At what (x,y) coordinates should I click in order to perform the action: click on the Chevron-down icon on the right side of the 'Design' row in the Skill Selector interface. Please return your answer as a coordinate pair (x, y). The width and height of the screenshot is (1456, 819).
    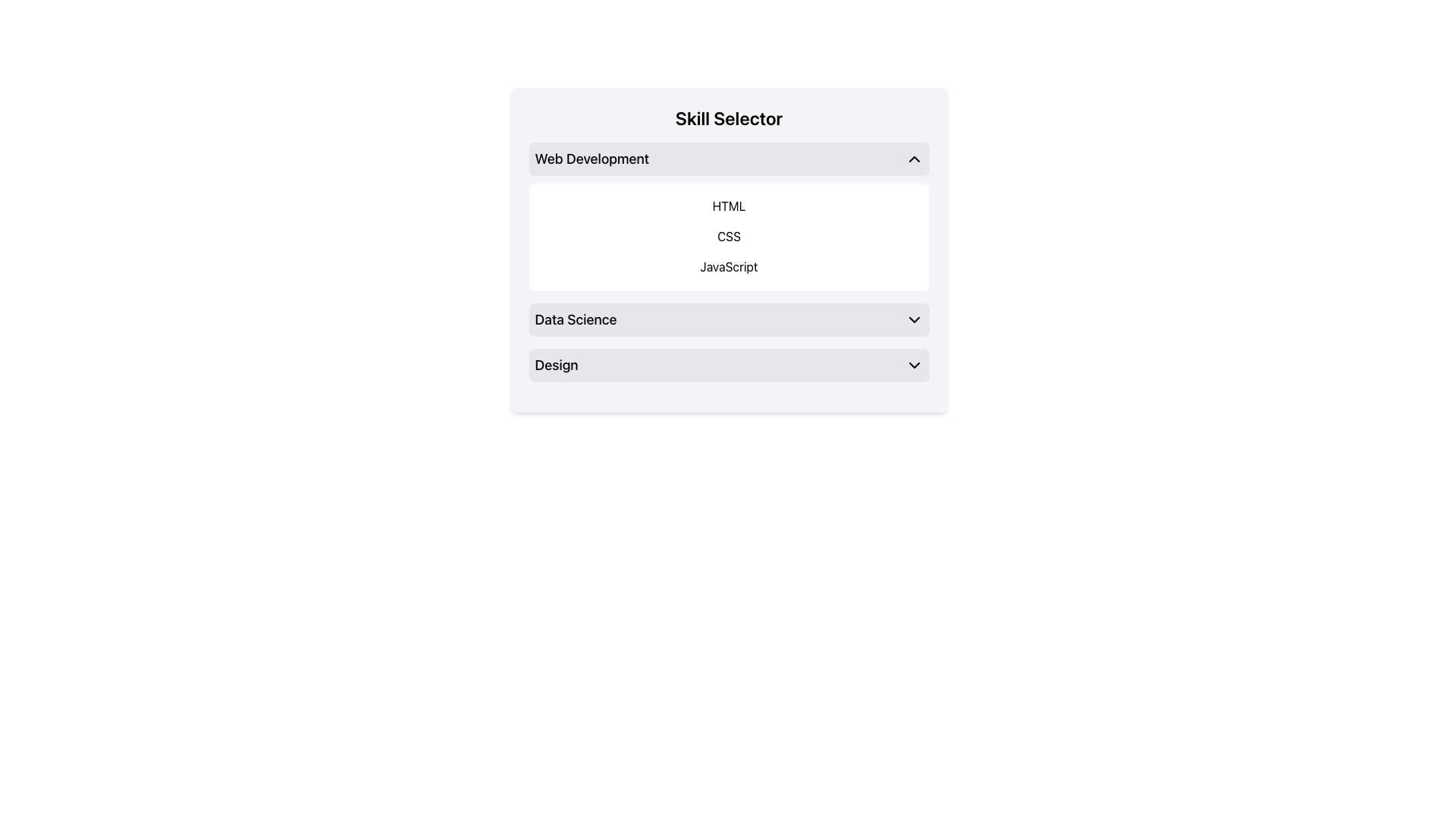
    Looking at the image, I should click on (913, 366).